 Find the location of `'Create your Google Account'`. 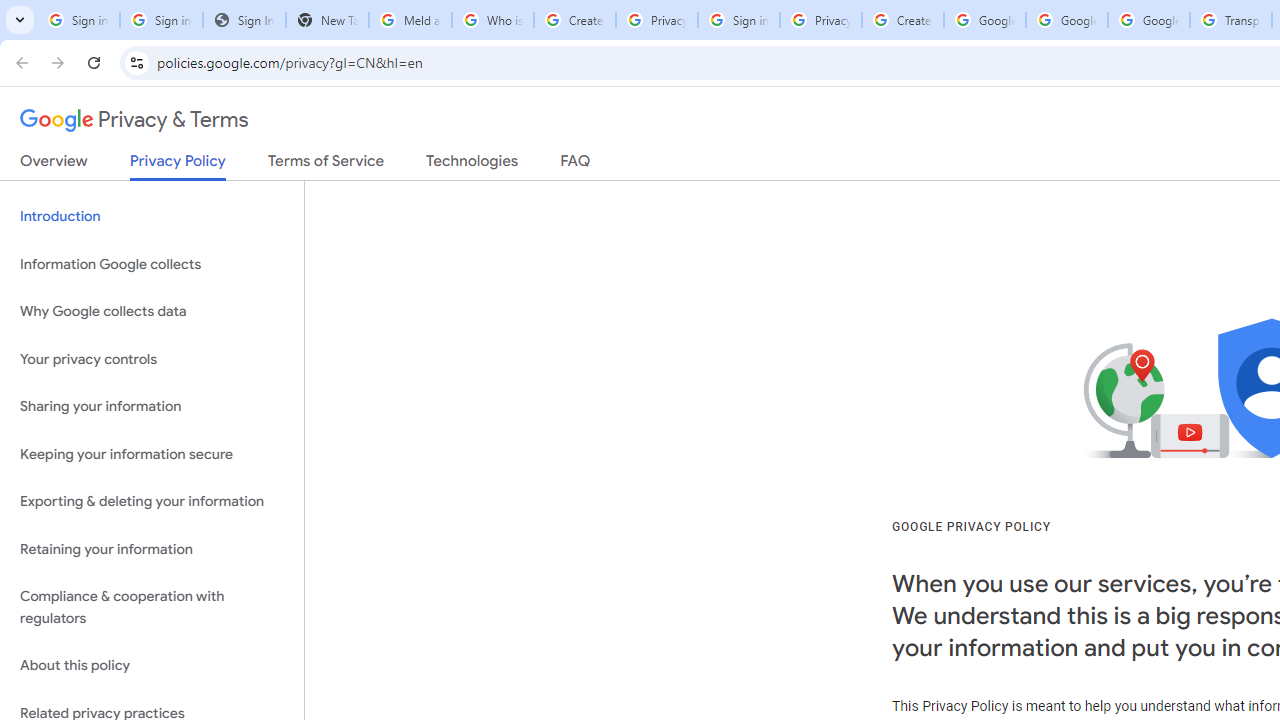

'Create your Google Account' is located at coordinates (902, 20).